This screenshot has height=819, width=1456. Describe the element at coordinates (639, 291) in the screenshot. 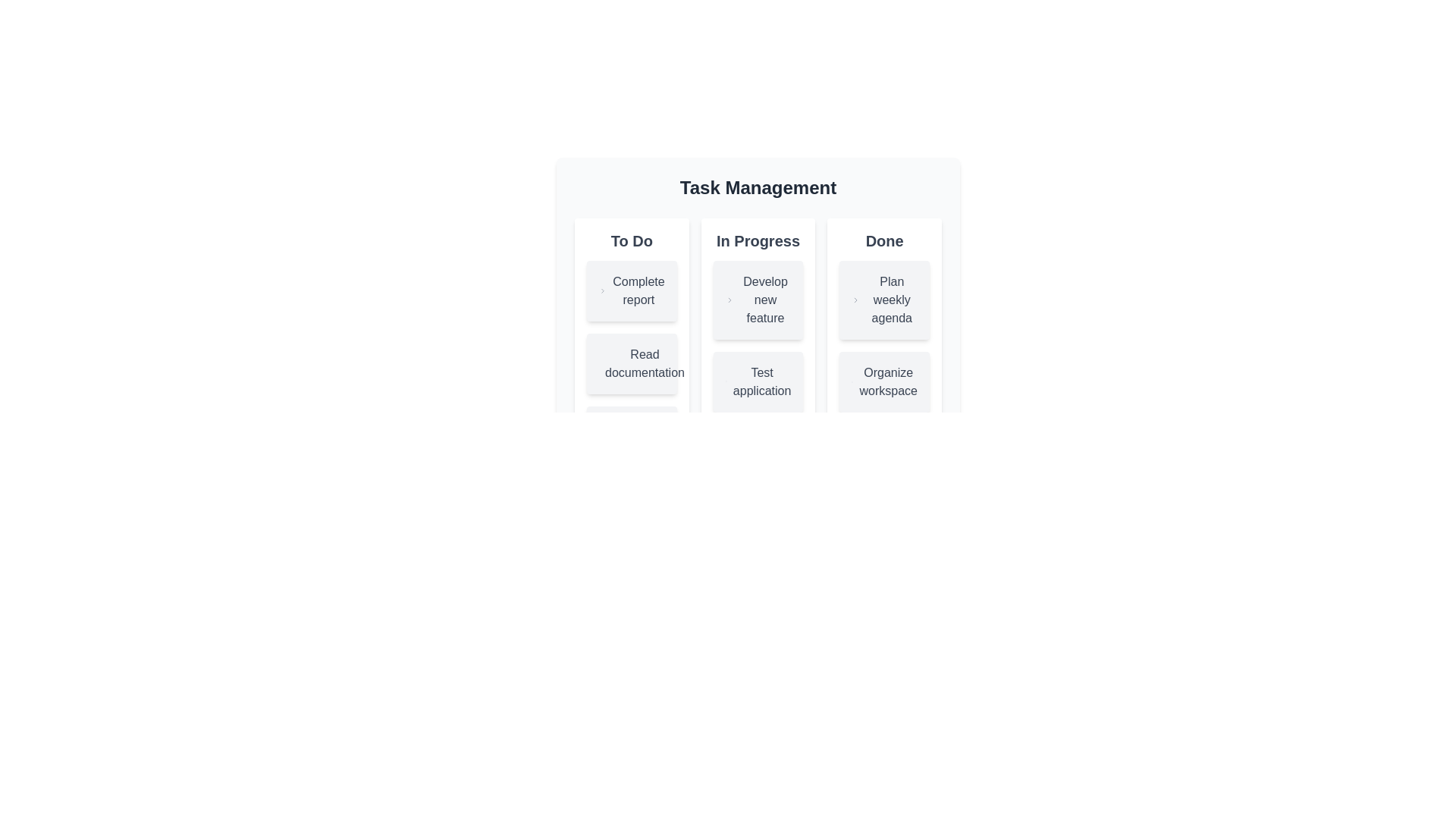

I see `the text element labeled 'Complete report'` at that location.